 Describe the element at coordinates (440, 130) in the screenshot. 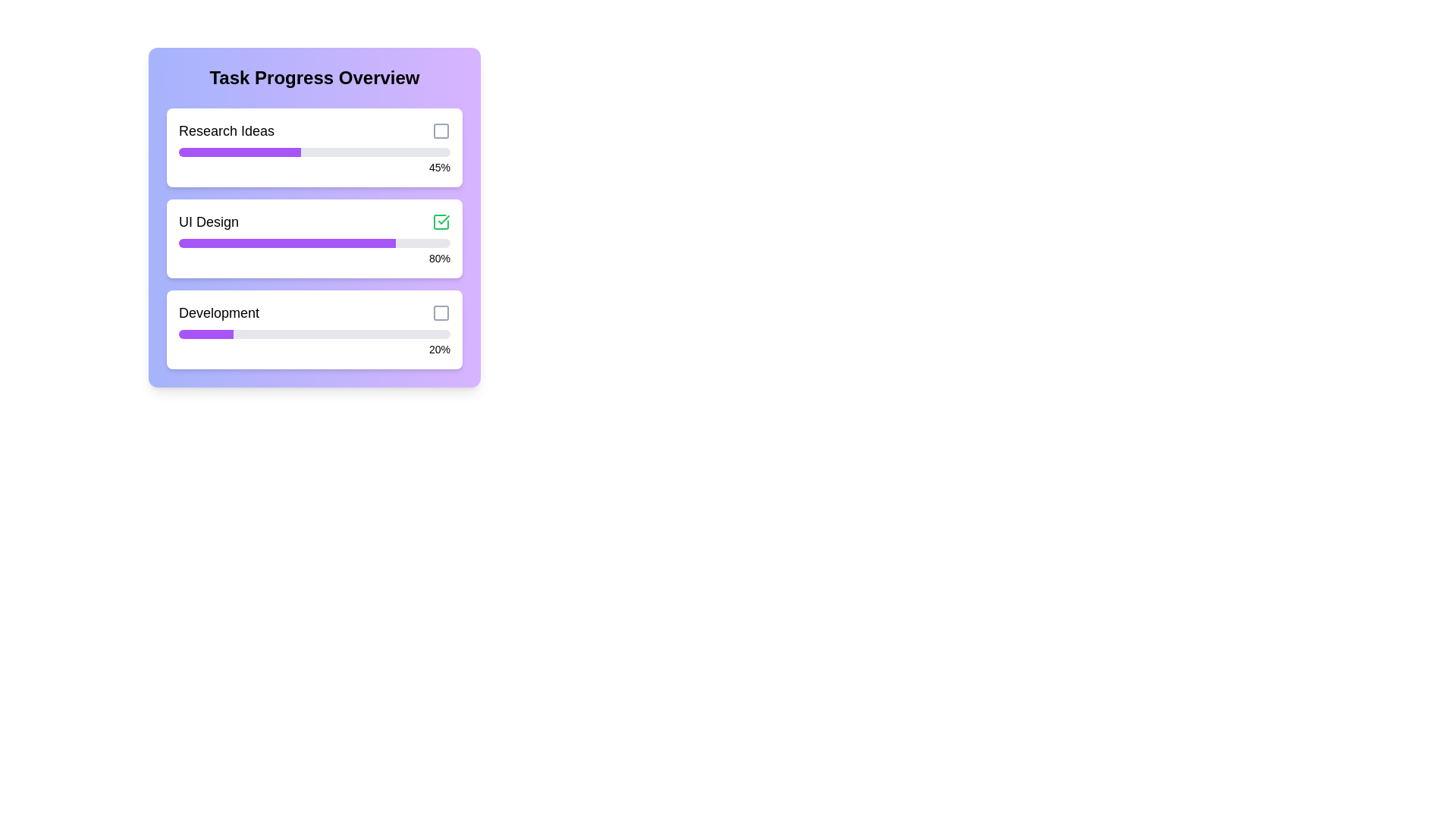

I see `the small square icon with rounded corners, styled with a red border, located at the right end of the 'Research Ideas' list item` at that location.